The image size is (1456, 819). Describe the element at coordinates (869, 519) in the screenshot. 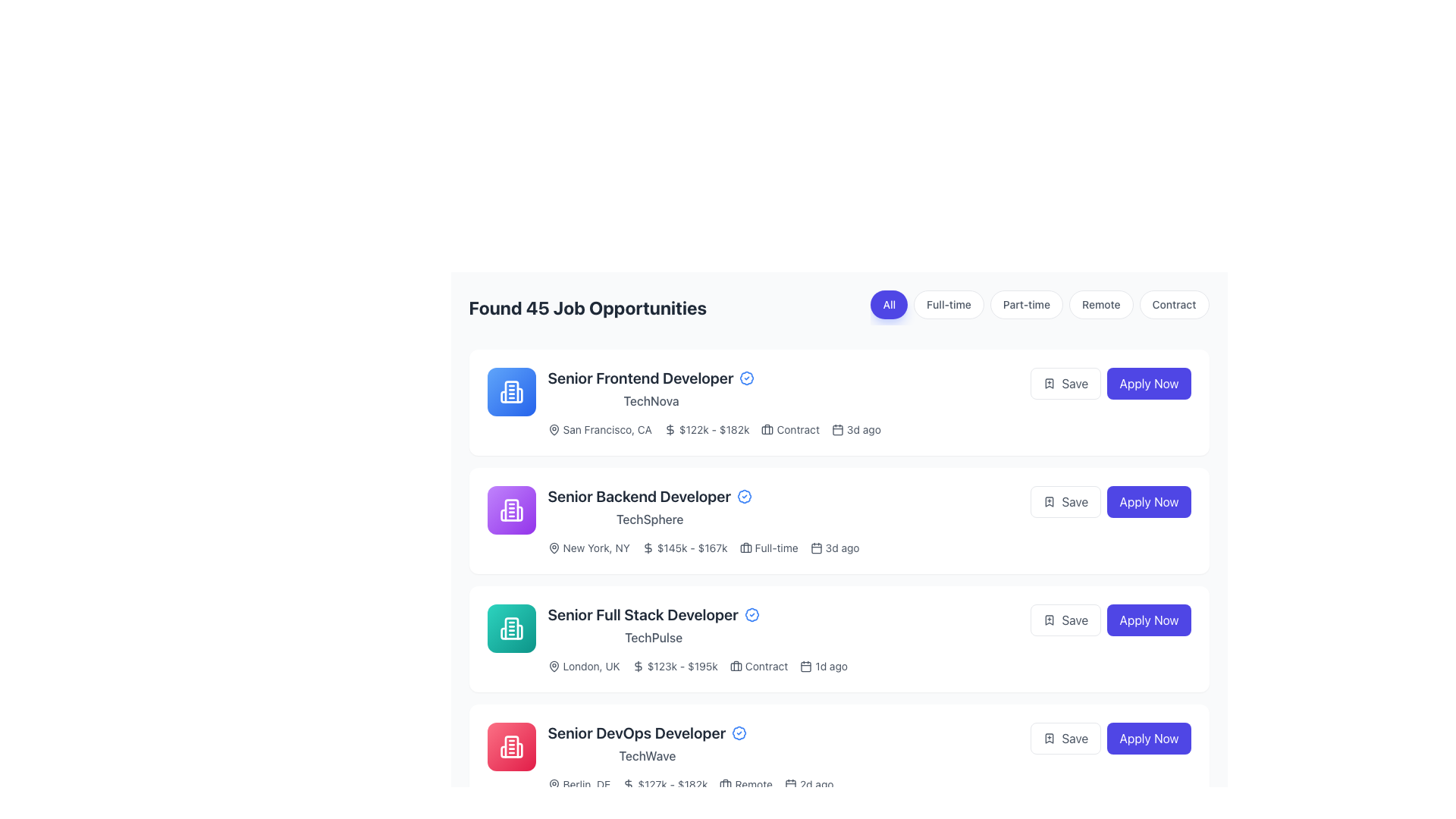

I see `the job posting card located in the second position within the list of job postings` at that location.